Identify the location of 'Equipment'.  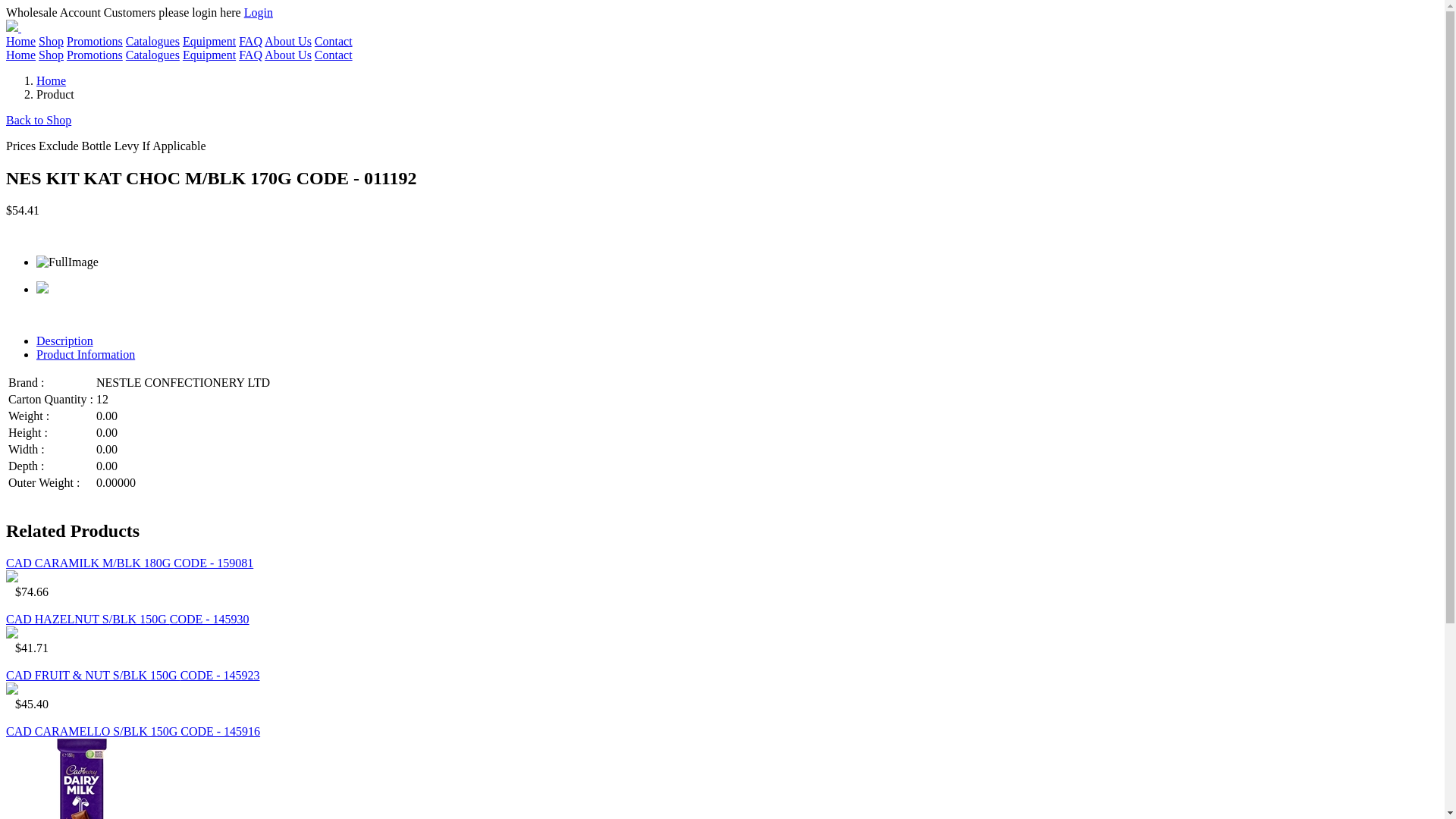
(208, 54).